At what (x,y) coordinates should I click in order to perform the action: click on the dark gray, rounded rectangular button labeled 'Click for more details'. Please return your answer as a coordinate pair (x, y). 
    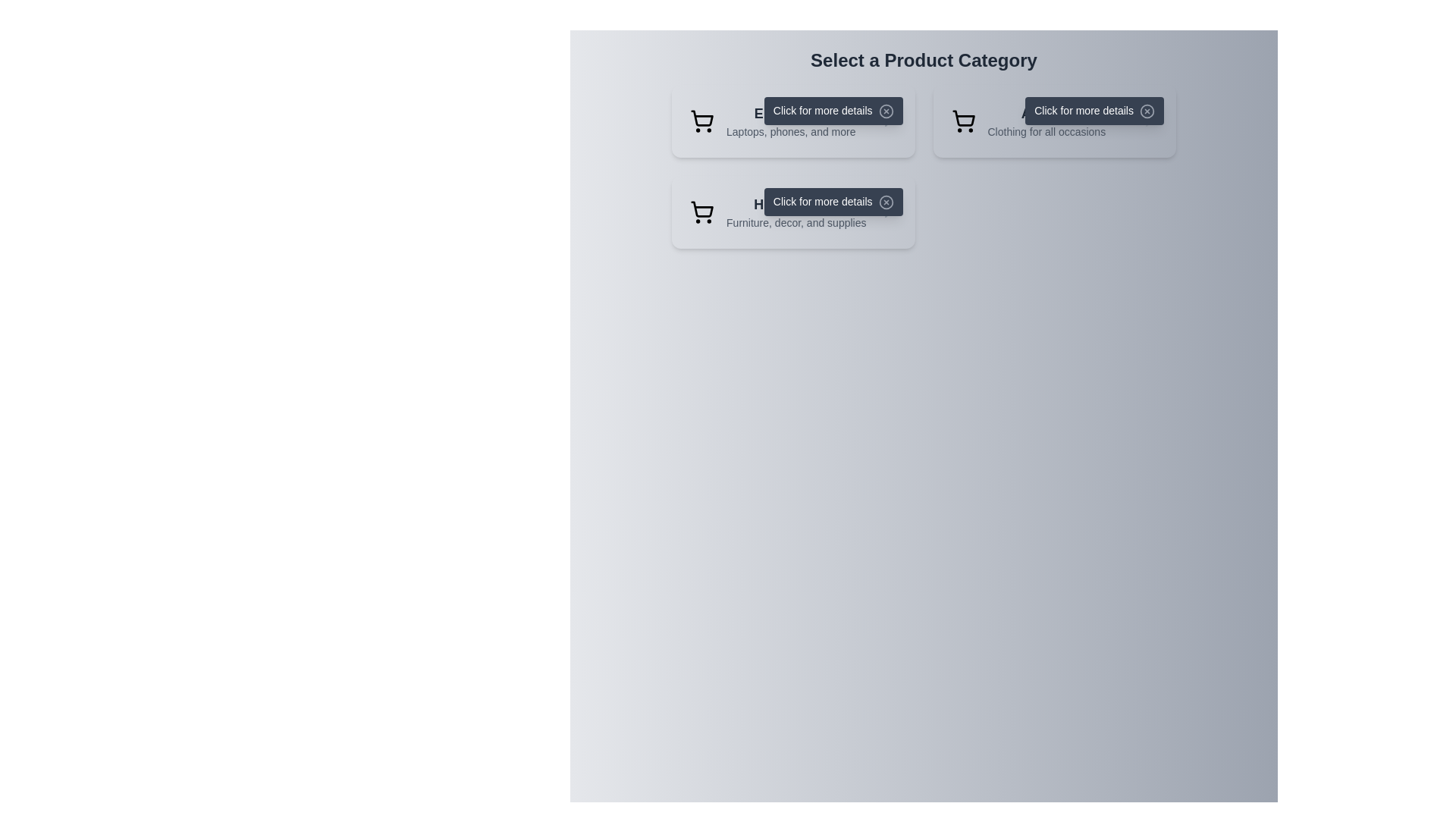
    Looking at the image, I should click on (1094, 110).